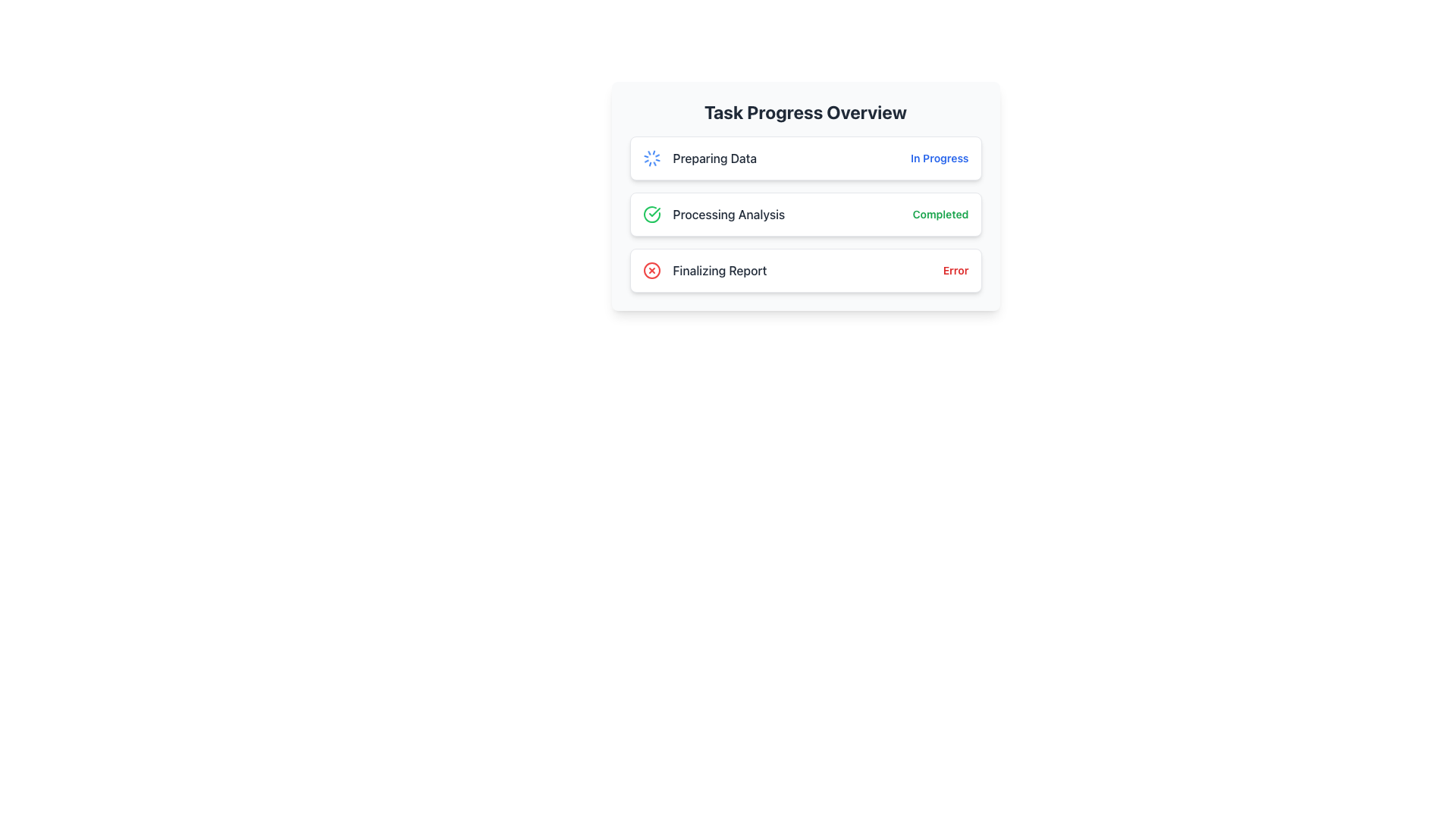 The width and height of the screenshot is (1456, 819). I want to click on the 'Preparing Data' status indicator text located at the top of the 'Task Progress Overview' section, so click(698, 158).